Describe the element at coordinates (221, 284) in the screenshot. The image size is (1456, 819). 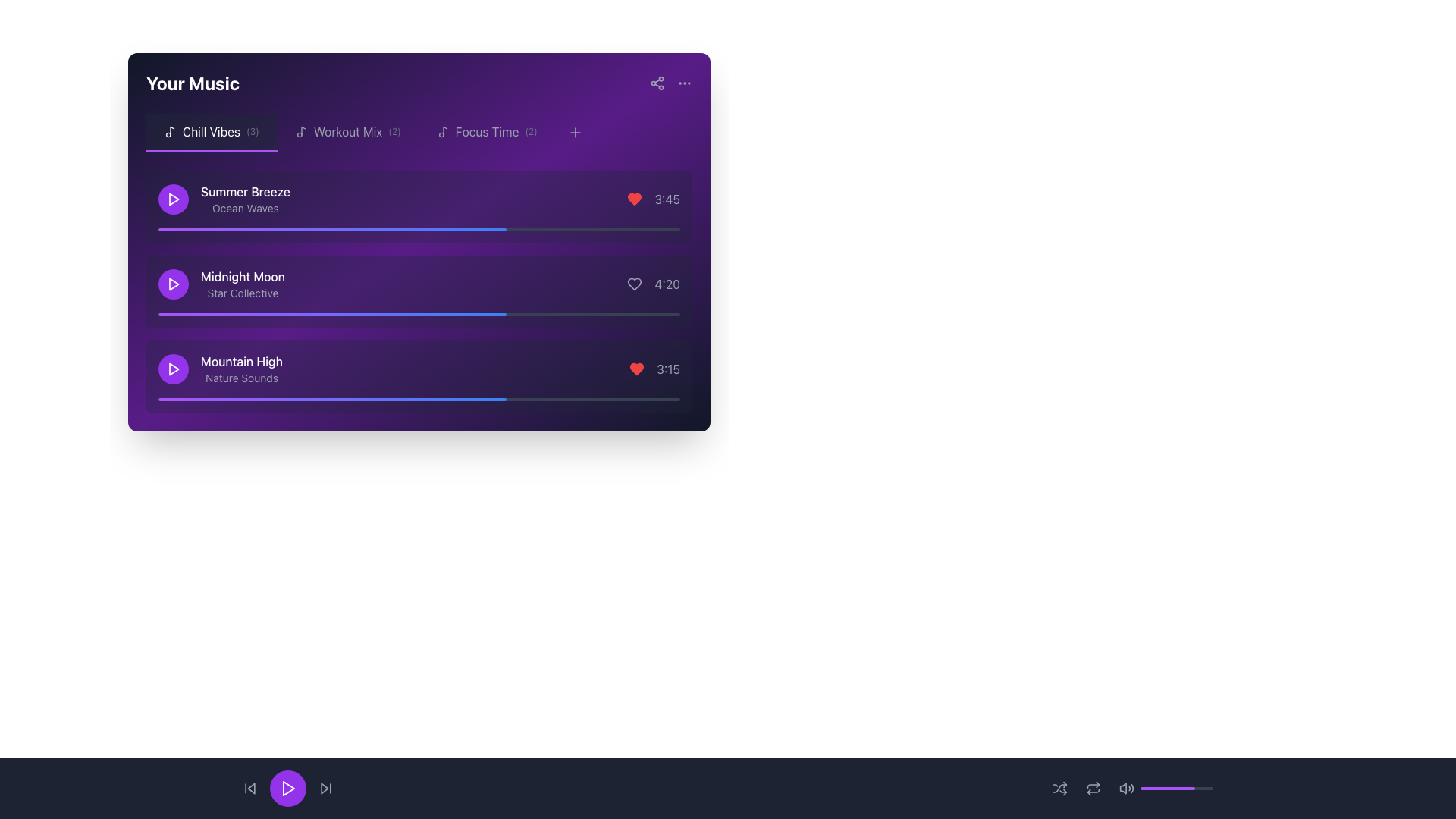
I see `the second list item in the 'Chill Vibes' category, which displays 'Midnight Moon' in bold white font and 'Star Collective' in smaller gray font, located near a rounded purple button with a play icon` at that location.